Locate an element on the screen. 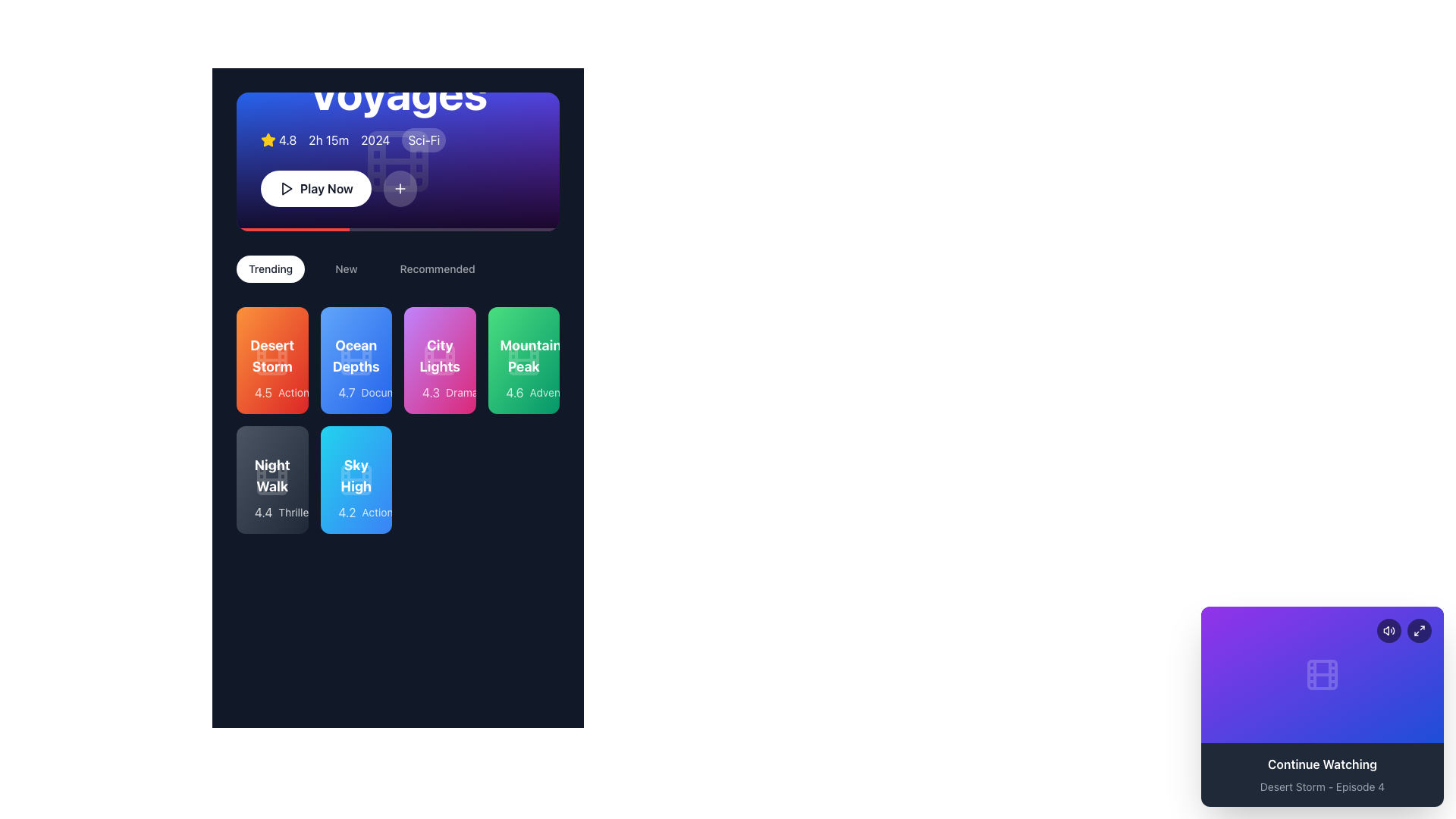 This screenshot has width=1456, height=819. the text label displaying the duration '2h 15m' in white font on a blue background, which is positioned to the right of the rating '4.8' and to the left of the year '2024' is located at coordinates (328, 140).